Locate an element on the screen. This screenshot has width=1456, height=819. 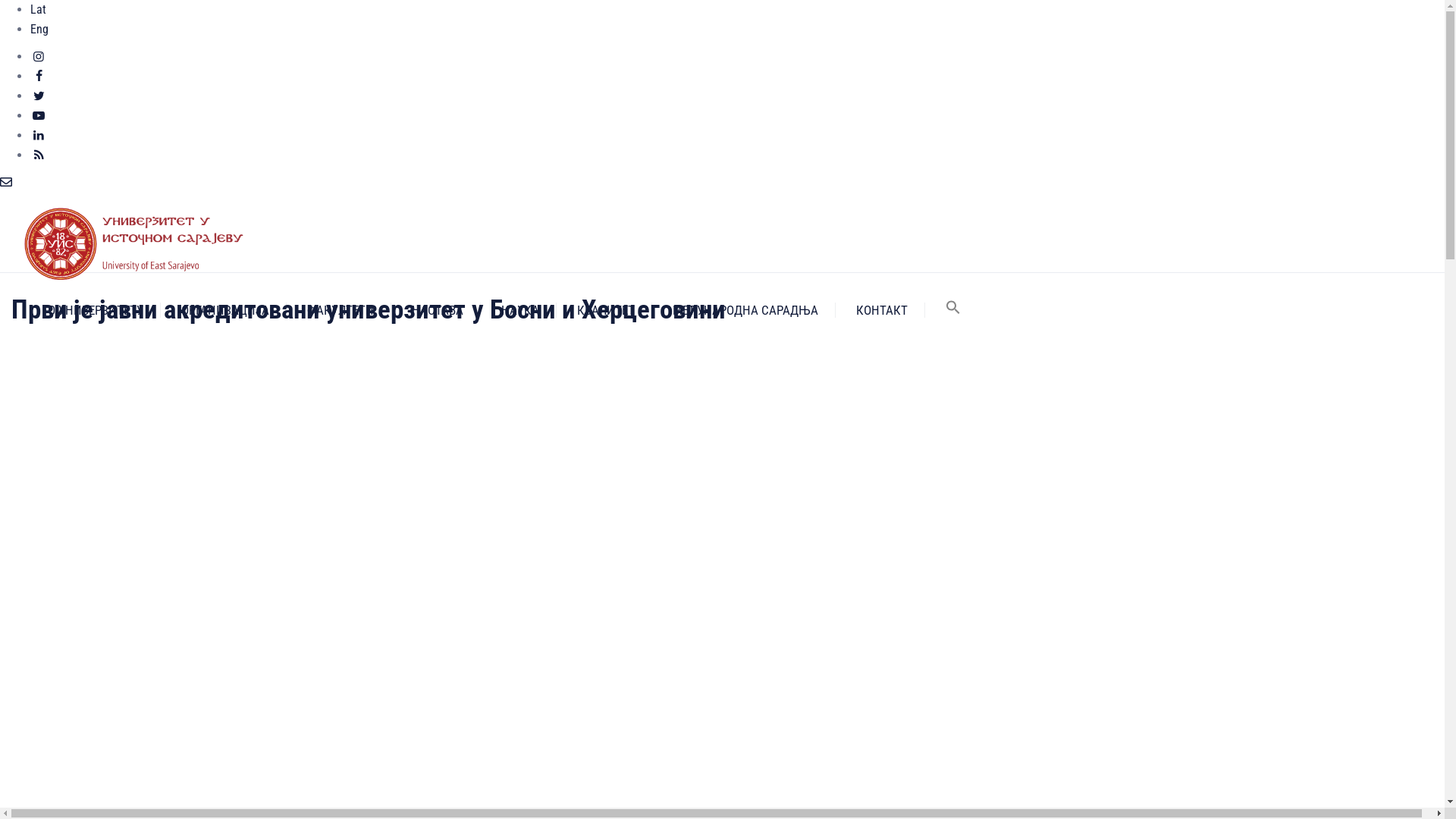
'Lat' is located at coordinates (38, 9).